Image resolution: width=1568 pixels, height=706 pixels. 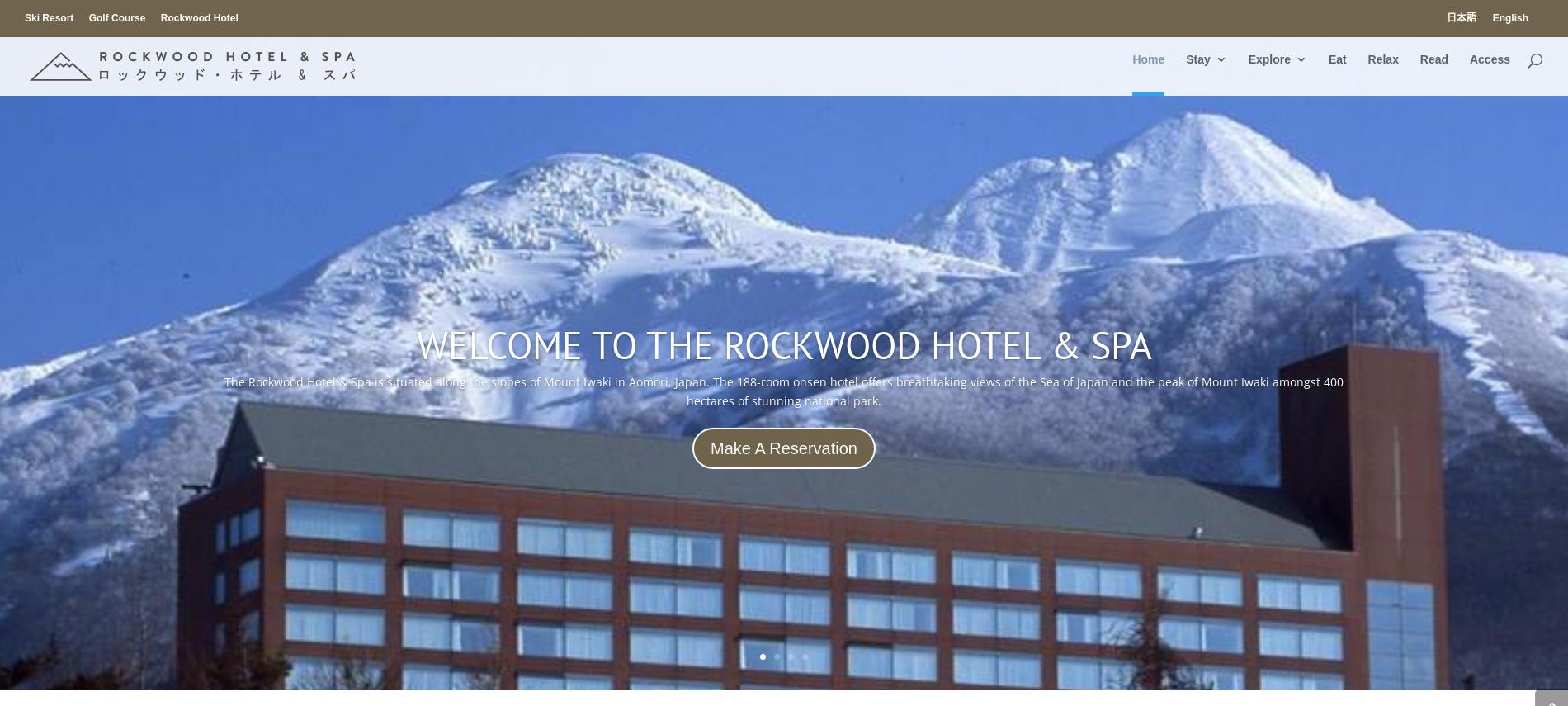 I want to click on 'English', so click(x=1509, y=17).